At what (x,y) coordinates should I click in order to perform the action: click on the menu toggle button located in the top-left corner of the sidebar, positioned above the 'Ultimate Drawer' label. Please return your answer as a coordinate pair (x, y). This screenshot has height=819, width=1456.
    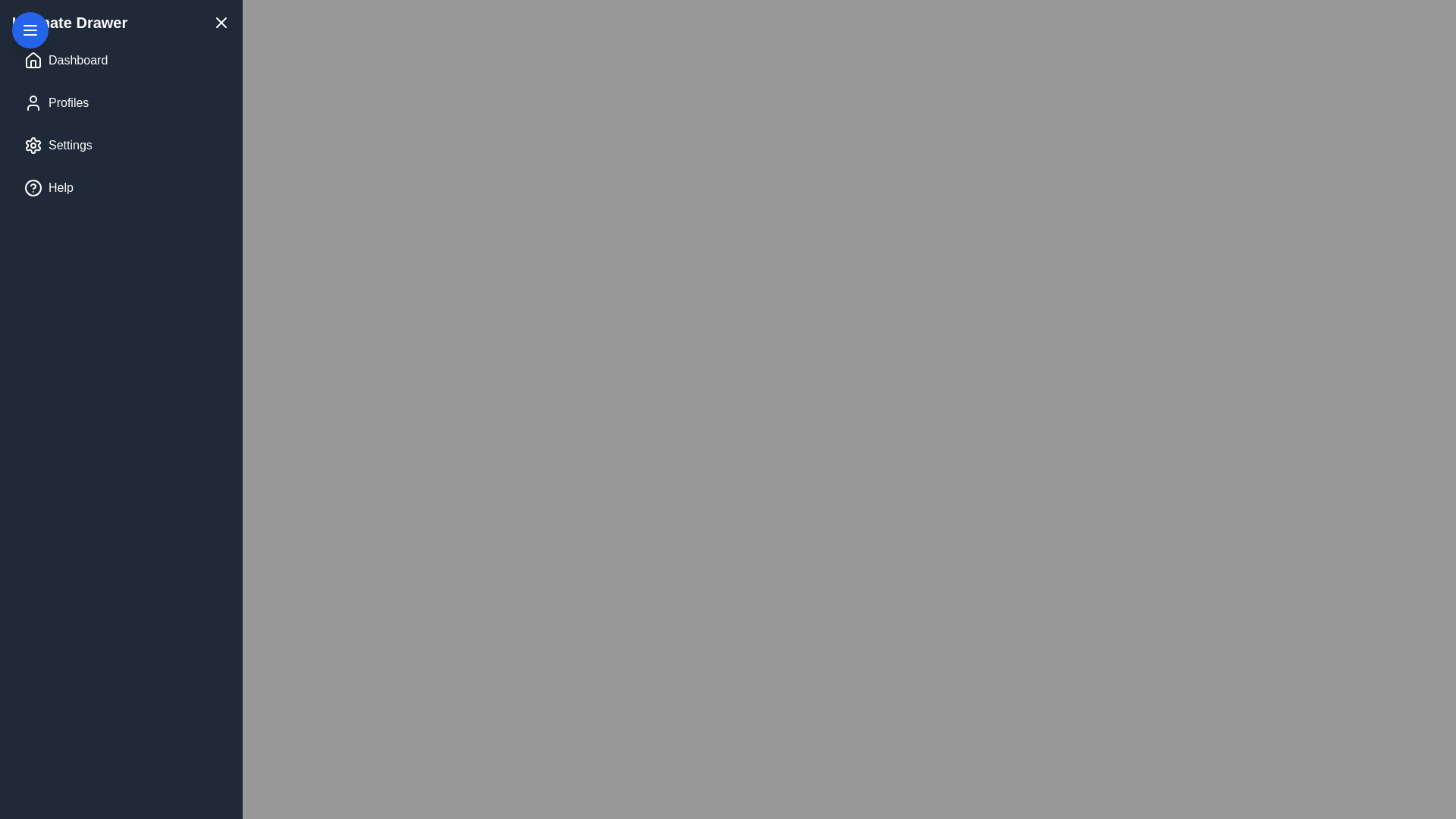
    Looking at the image, I should click on (30, 30).